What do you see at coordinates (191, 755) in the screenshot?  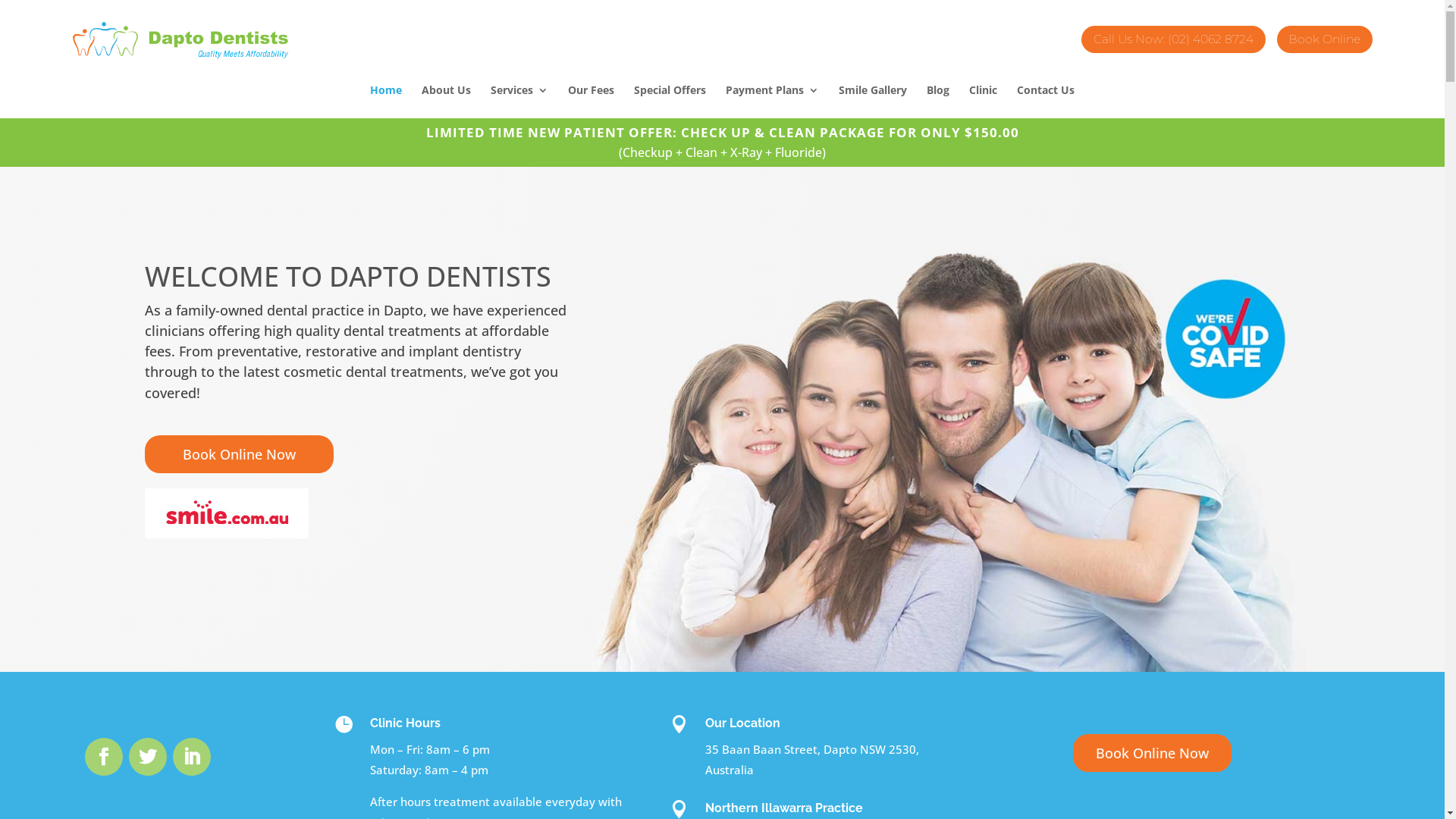 I see `'Follow on LinkedIn'` at bounding box center [191, 755].